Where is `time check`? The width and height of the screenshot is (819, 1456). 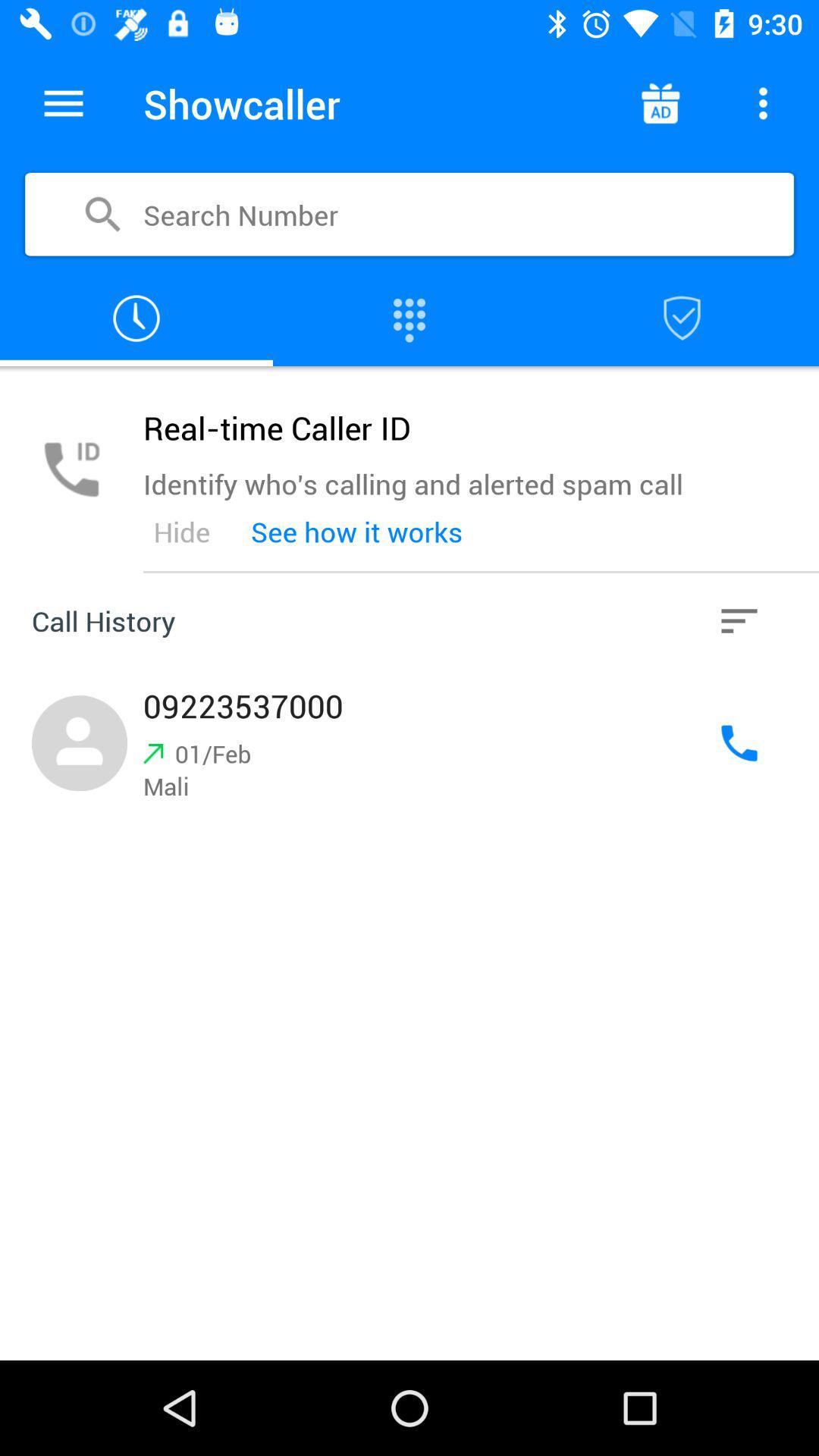
time check is located at coordinates (136, 318).